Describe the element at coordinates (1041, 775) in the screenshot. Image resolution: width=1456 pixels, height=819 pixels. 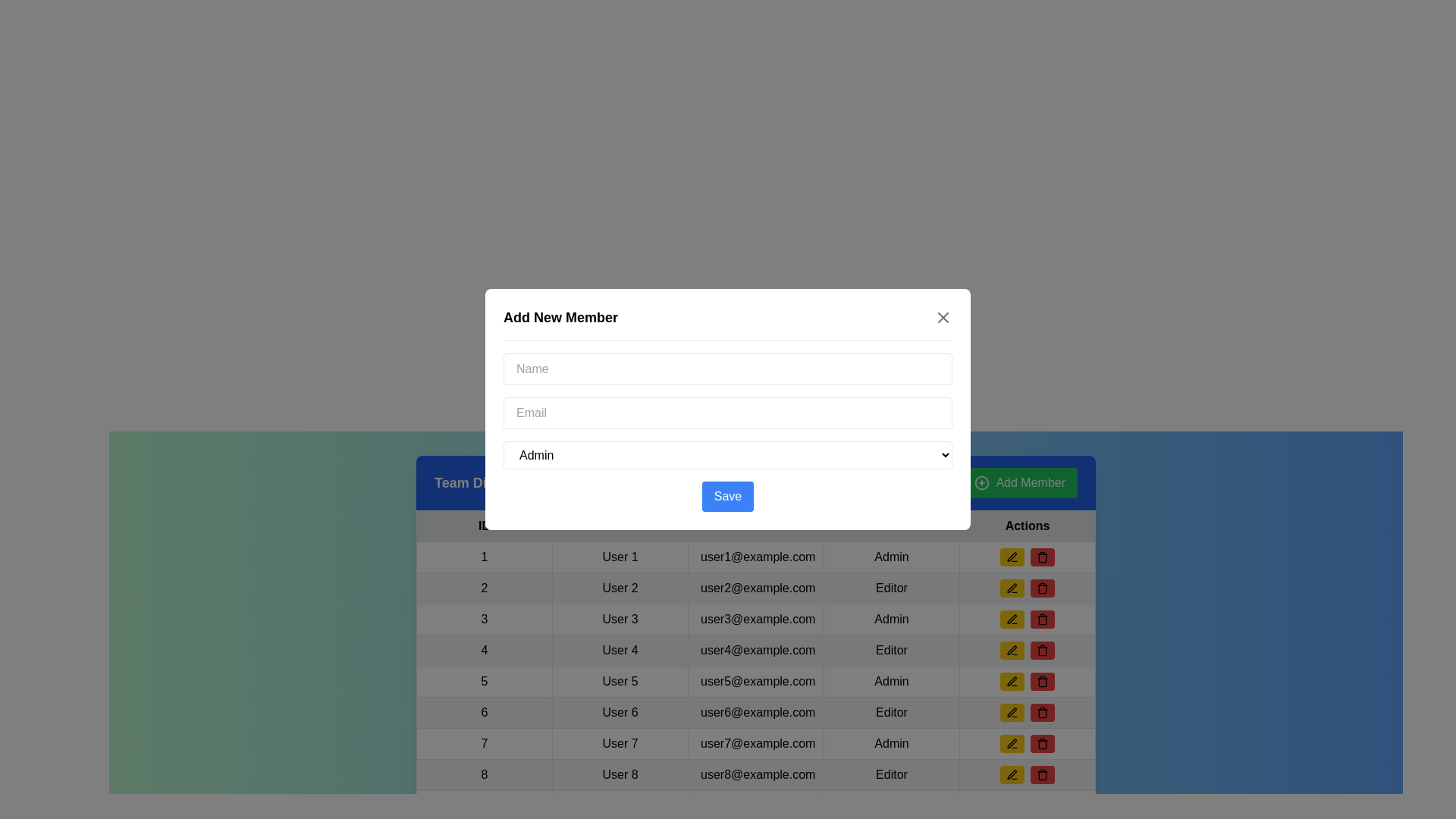
I see `the red button with a trash can icon located on the far right of the row of action buttons to change its color` at that location.